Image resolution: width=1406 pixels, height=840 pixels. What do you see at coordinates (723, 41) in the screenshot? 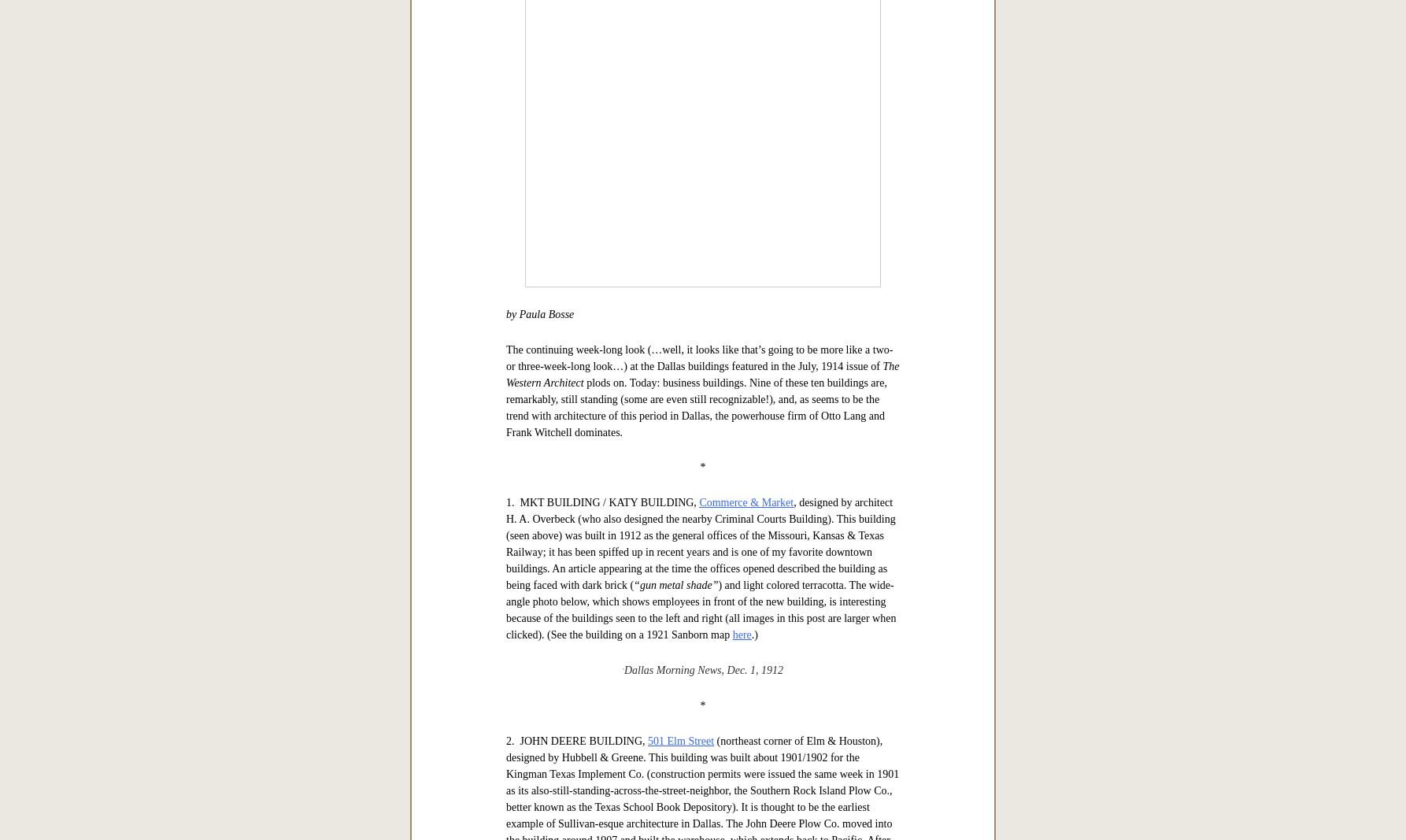
I see `'here'` at bounding box center [723, 41].